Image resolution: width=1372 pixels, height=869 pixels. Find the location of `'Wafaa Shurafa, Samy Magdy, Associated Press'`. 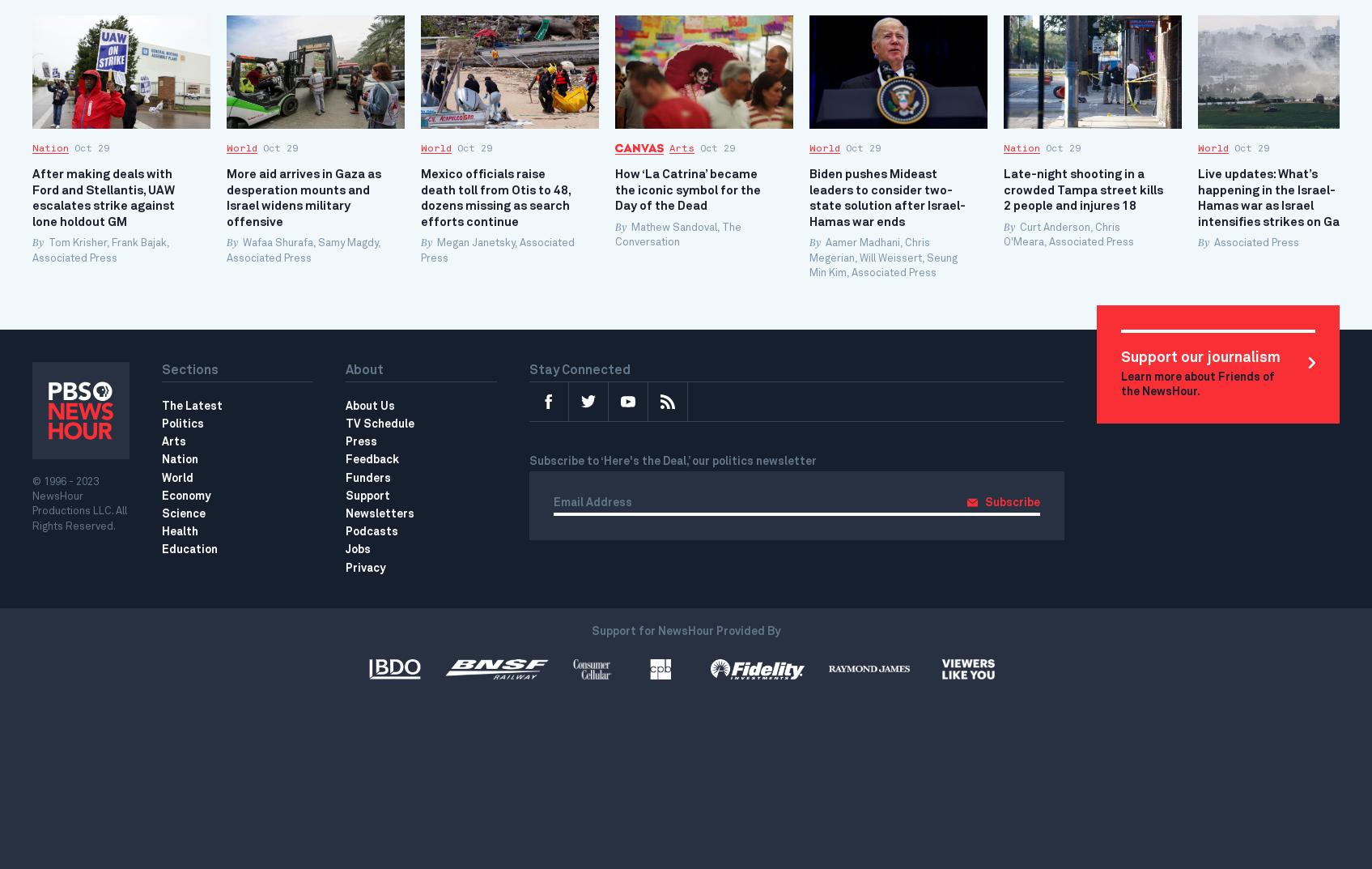

'Wafaa Shurafa, Samy Magdy, Associated Press' is located at coordinates (227, 250).